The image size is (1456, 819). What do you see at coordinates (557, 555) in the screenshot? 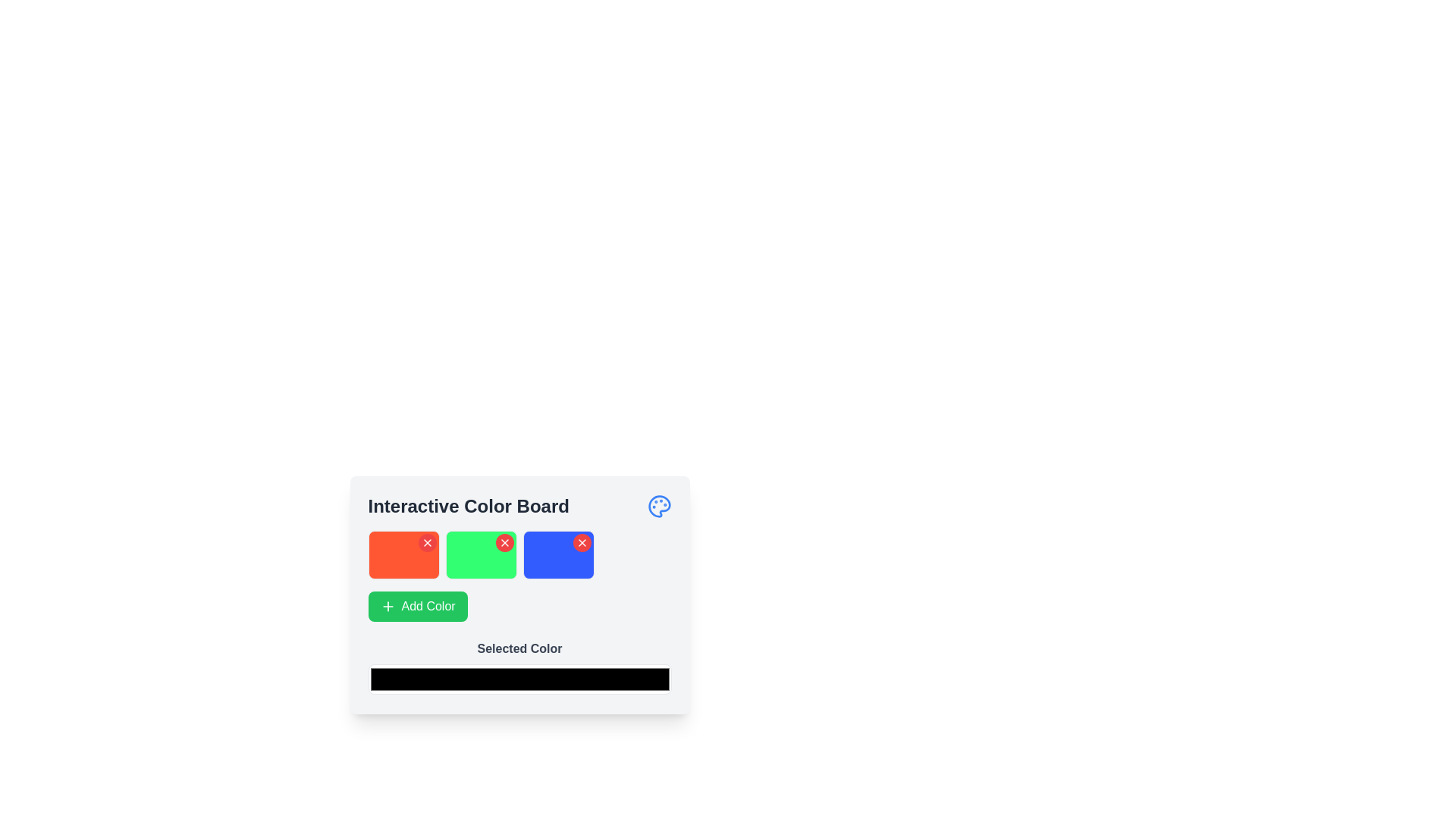
I see `the red button located at the corner of the third colored block in the 'Interactive Color Board'` at bounding box center [557, 555].